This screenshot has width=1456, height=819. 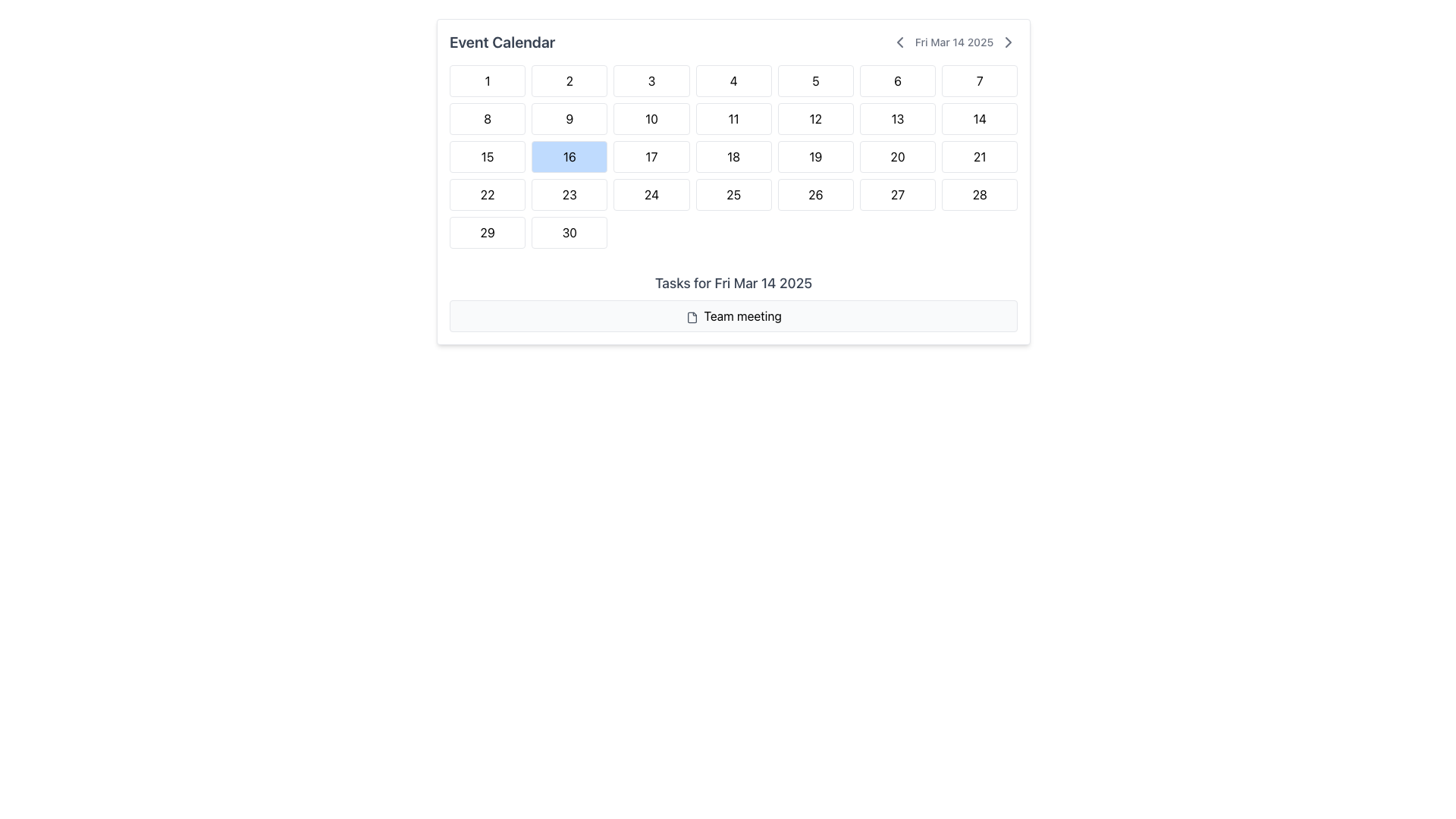 What do you see at coordinates (980, 157) in the screenshot?
I see `the button labeled '21'` at bounding box center [980, 157].